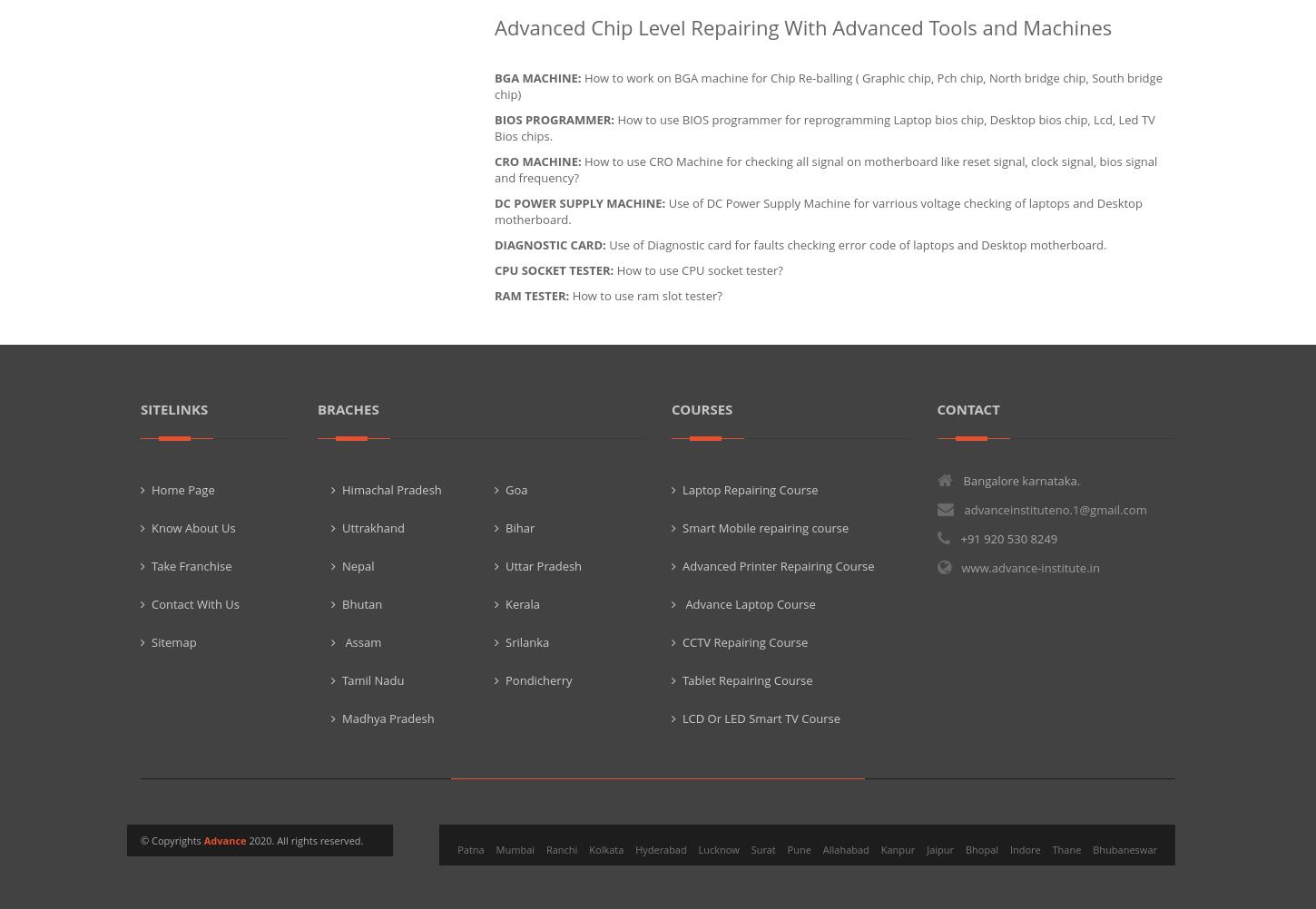  What do you see at coordinates (151, 488) in the screenshot?
I see `'Home Page'` at bounding box center [151, 488].